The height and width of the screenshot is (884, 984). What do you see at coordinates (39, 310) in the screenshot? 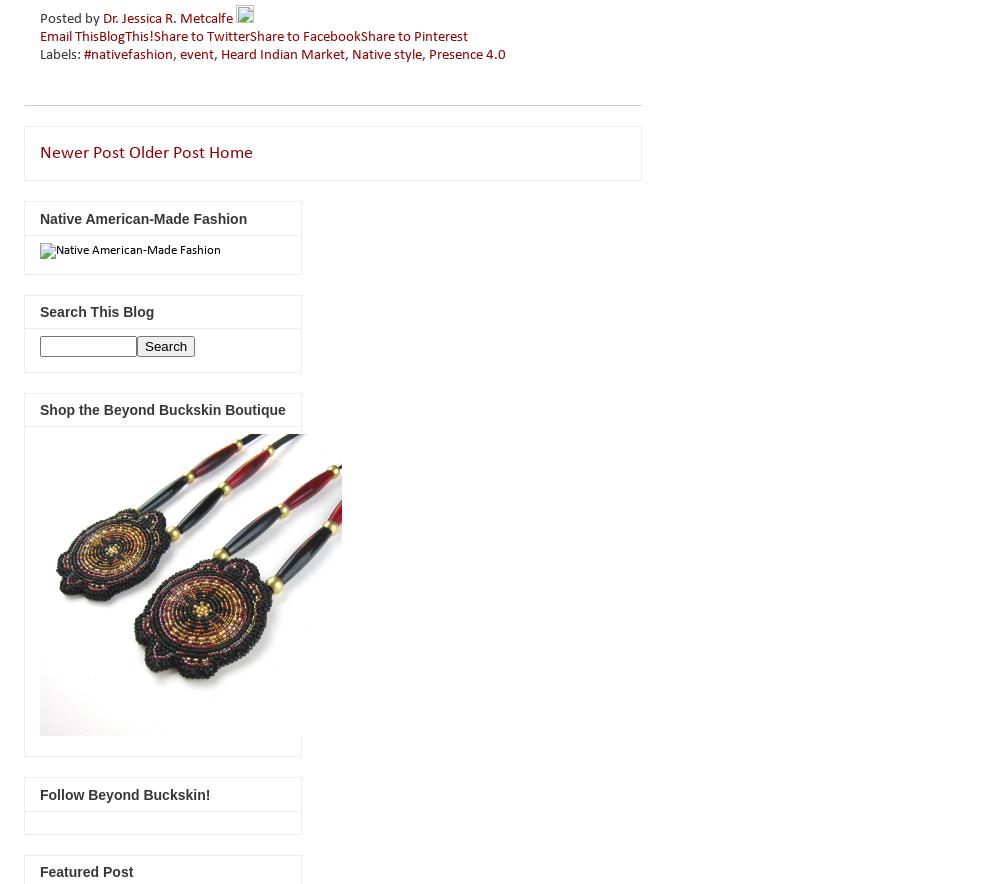
I see `'Search This Blog'` at bounding box center [39, 310].